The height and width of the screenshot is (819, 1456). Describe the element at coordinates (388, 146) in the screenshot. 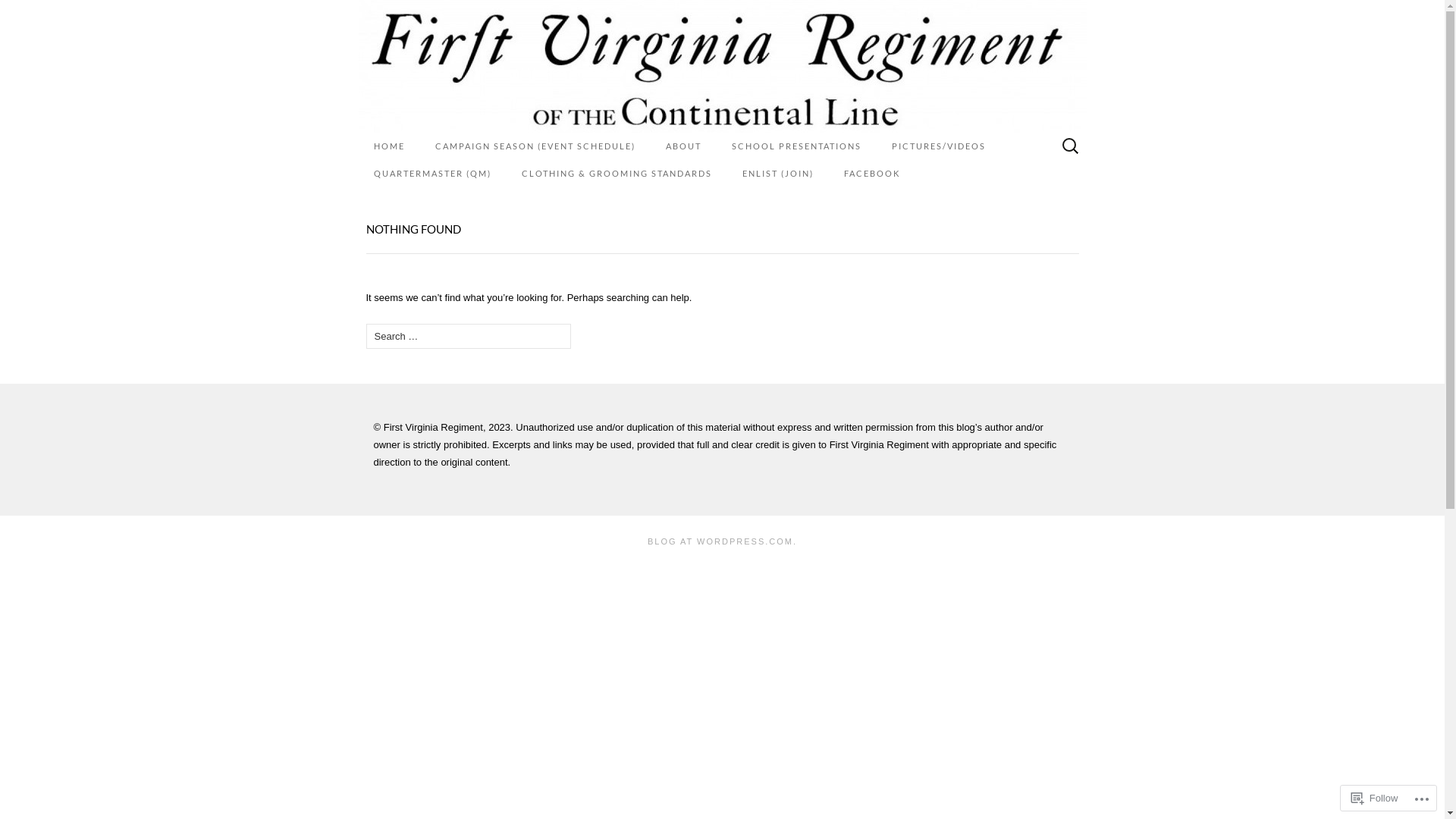

I see `'HOME'` at that location.